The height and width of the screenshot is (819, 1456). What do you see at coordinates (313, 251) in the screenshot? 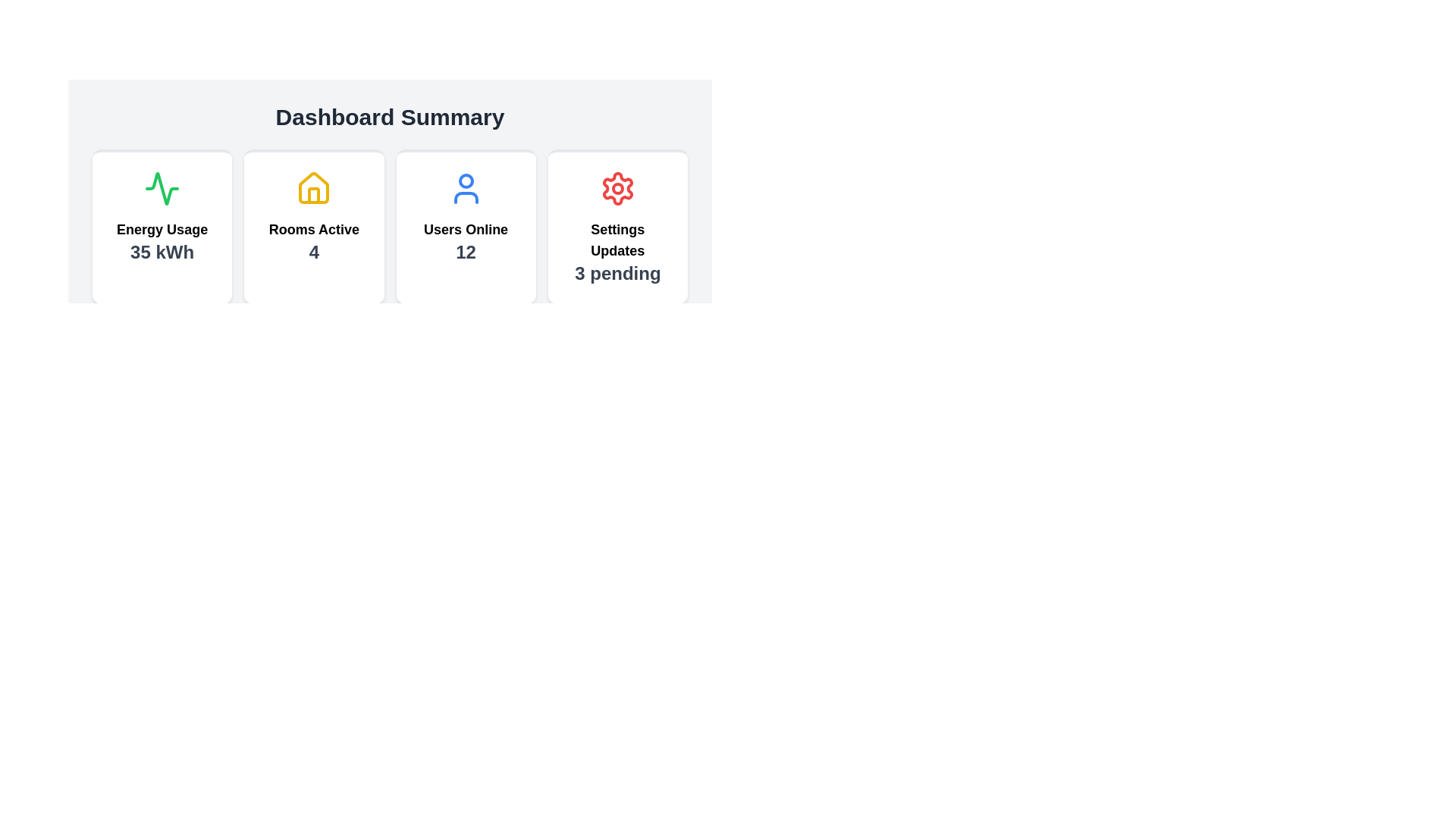
I see `numeric value displayed in the Number Label that shows the number of active rooms, located under the 'Rooms Active' card in the 'Dashboard Summary'` at bounding box center [313, 251].